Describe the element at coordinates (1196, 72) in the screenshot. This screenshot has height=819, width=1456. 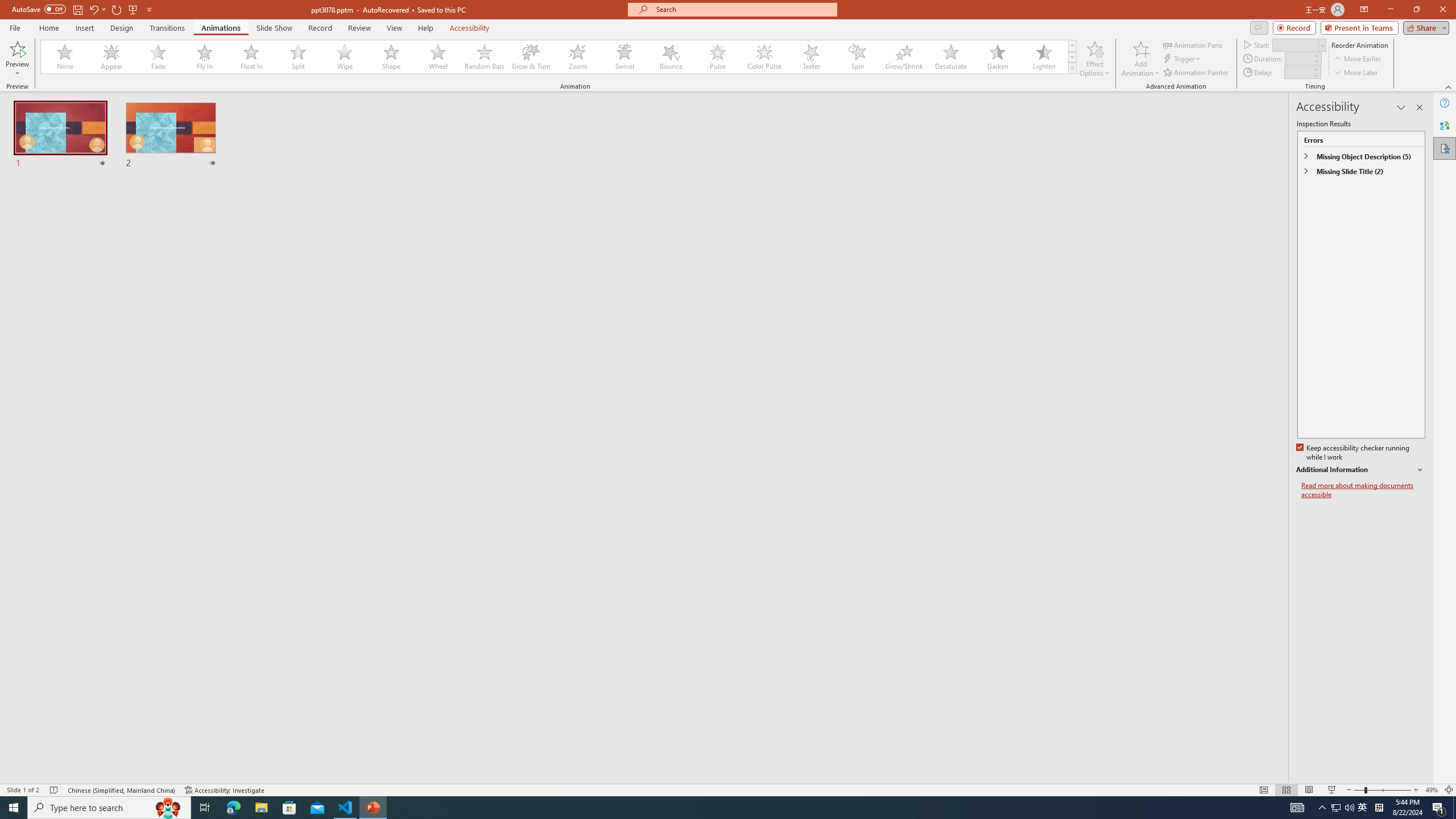
I see `'Animation Painter'` at that location.